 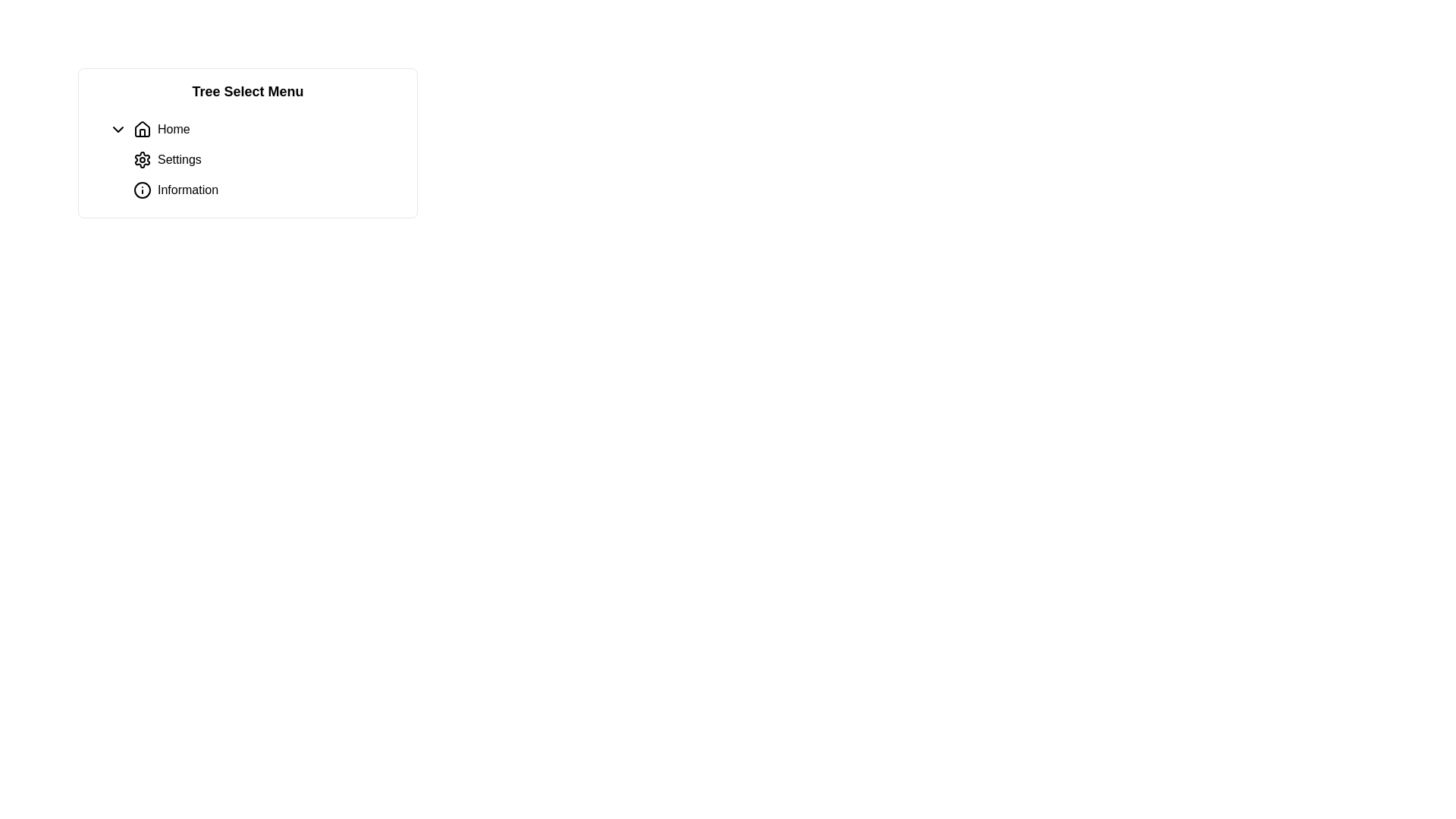 I want to click on the 'Settings' icon in the tree select menu using tab navigation to focus on its functionalities, so click(x=142, y=160).